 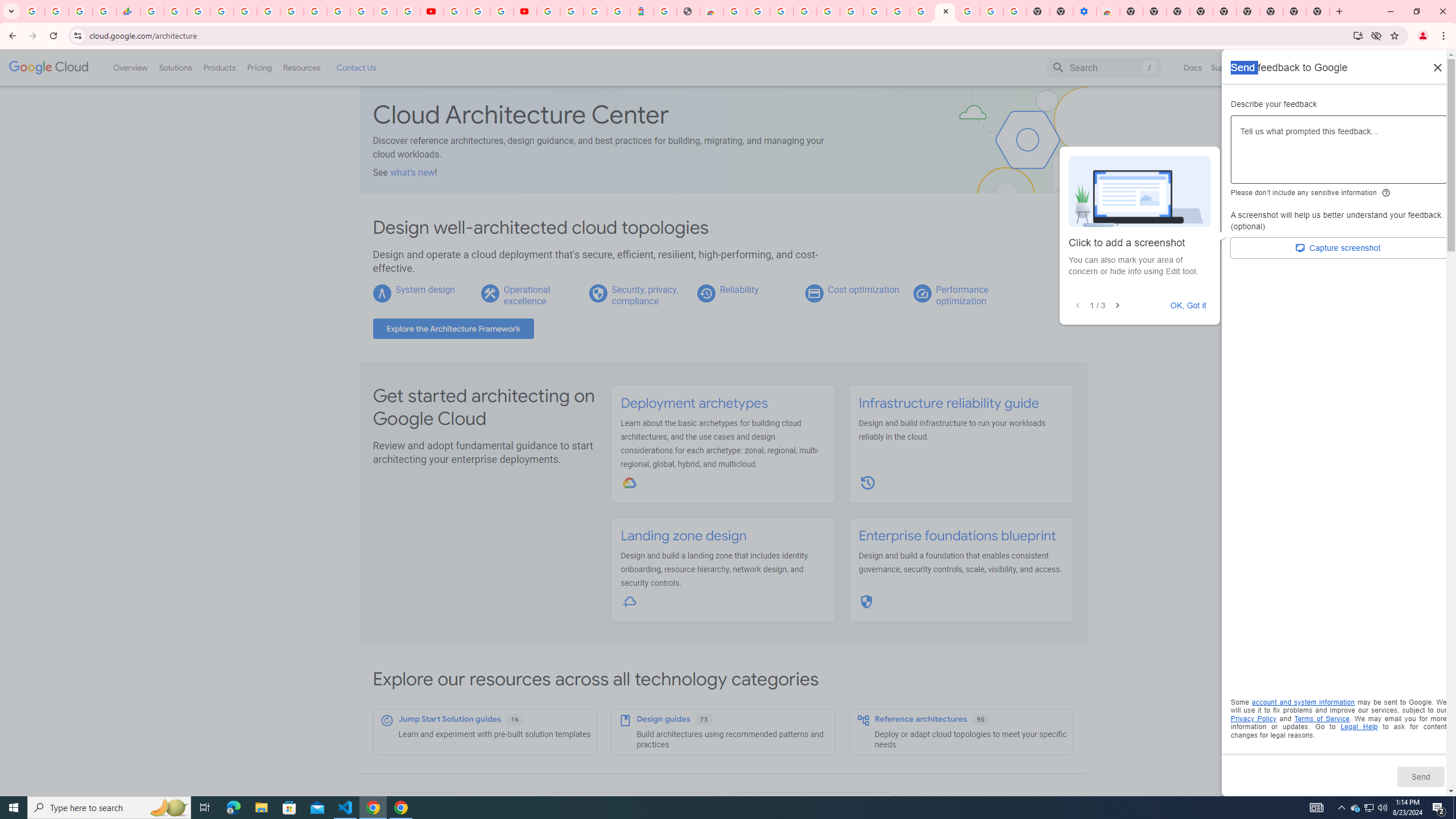 I want to click on 'Settings - Accessibility', so click(x=1085, y=11).